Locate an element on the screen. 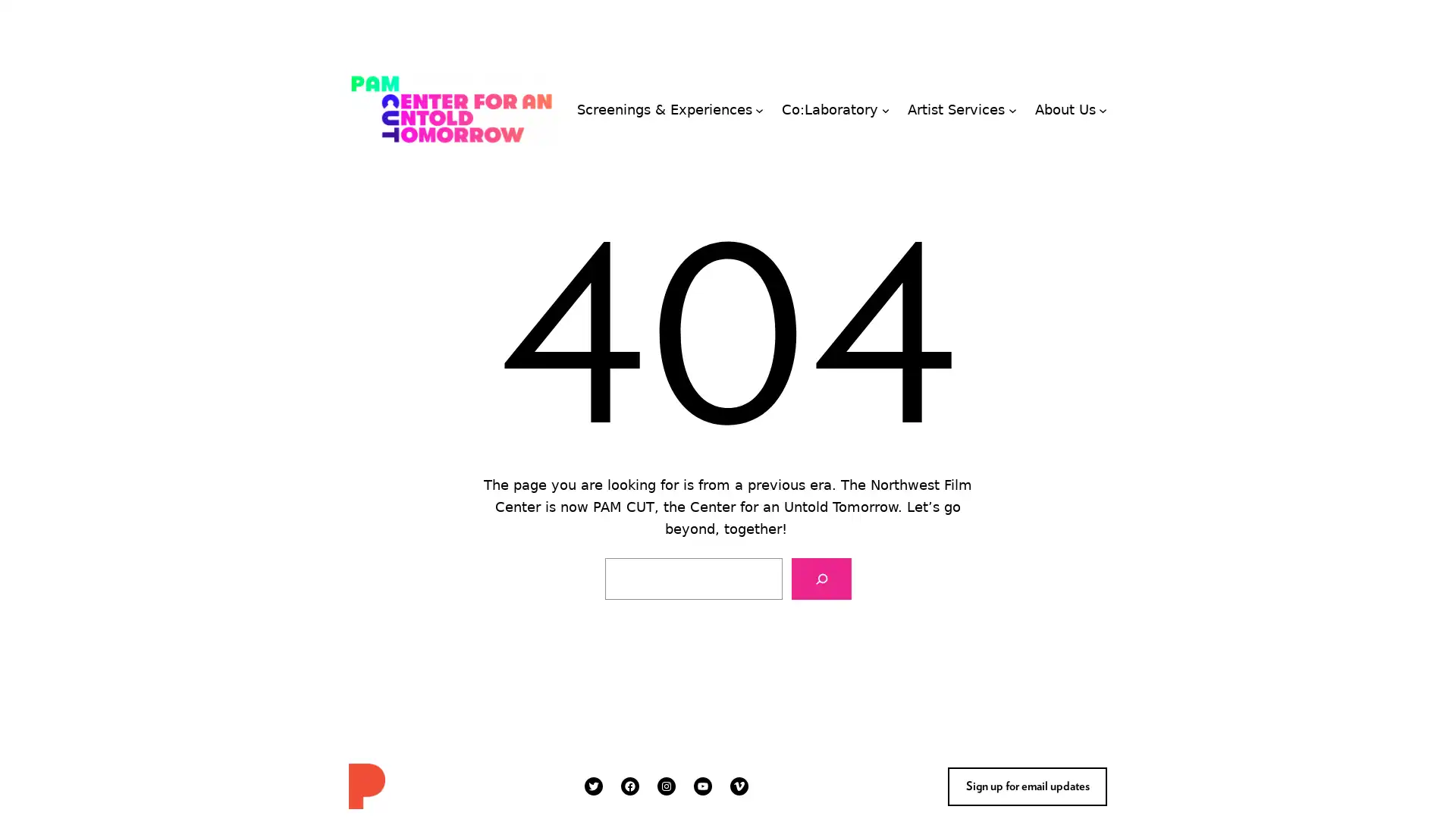  Co:Laboratory submenu is located at coordinates (885, 108).